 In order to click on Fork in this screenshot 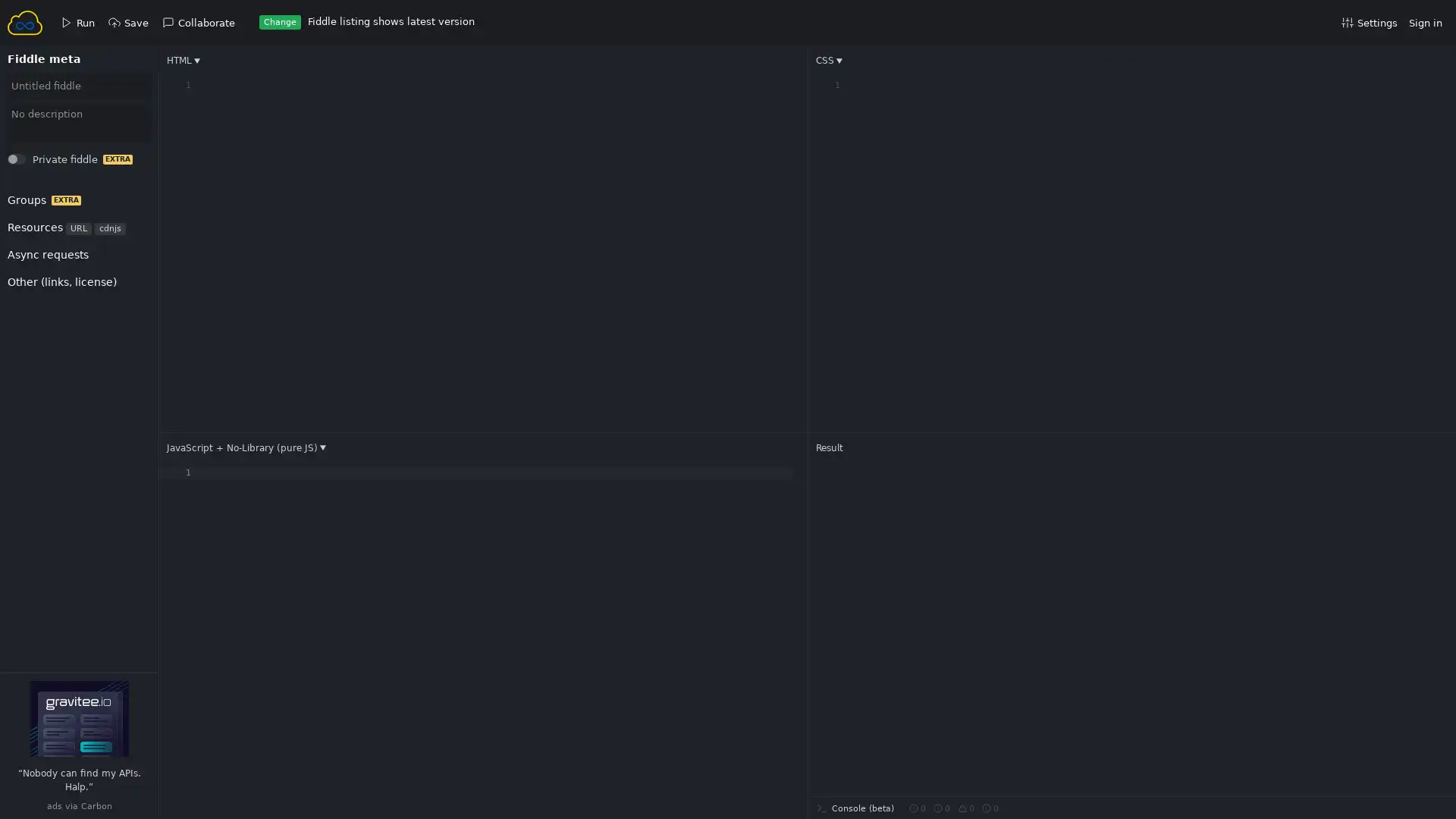, I will do `click(31, 163)`.